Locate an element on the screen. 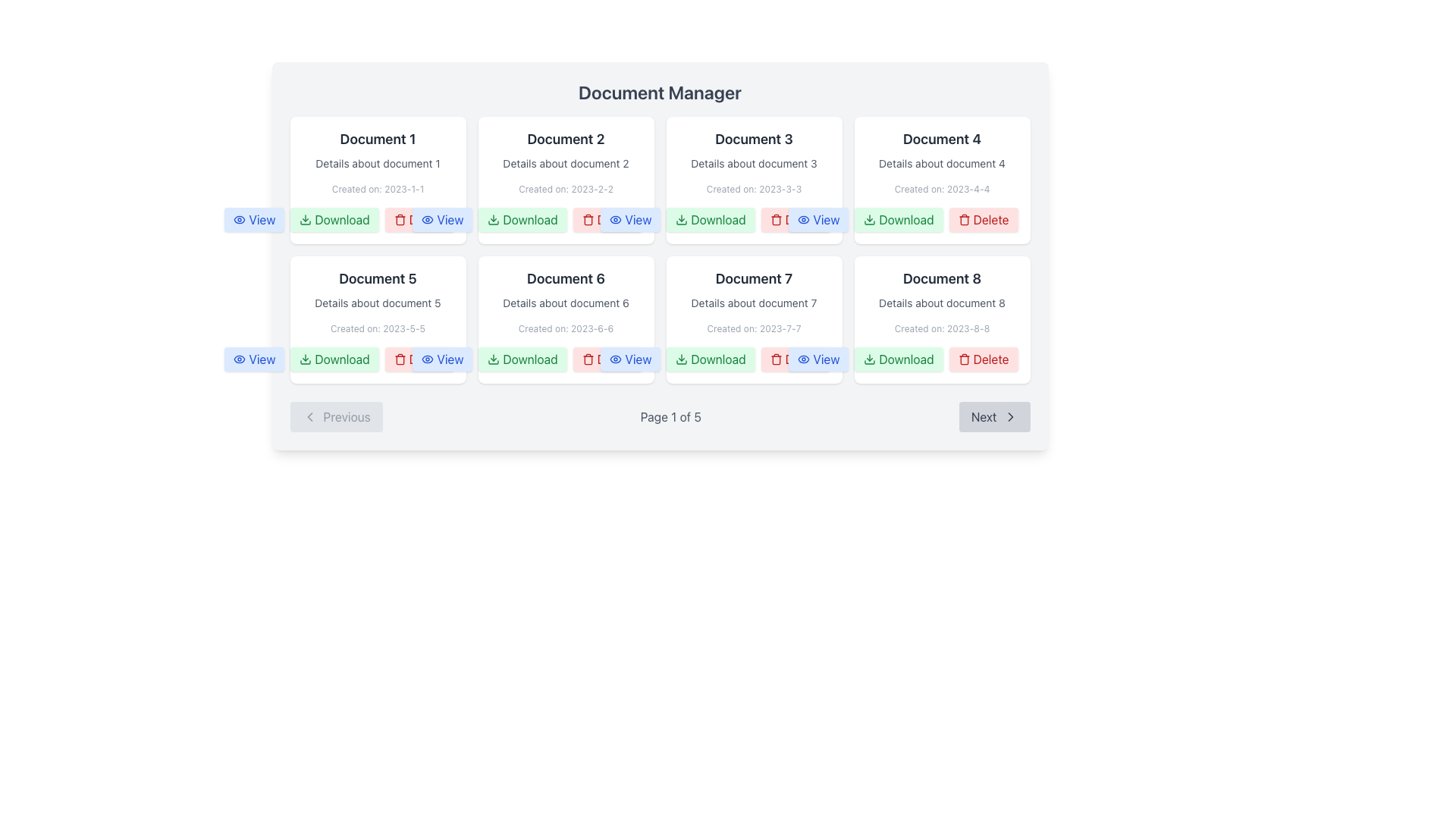  the download icon located within the 'Download' button under the card labeled 'Document 8' in the last column of the second row of the document grid is located at coordinates (870, 359).